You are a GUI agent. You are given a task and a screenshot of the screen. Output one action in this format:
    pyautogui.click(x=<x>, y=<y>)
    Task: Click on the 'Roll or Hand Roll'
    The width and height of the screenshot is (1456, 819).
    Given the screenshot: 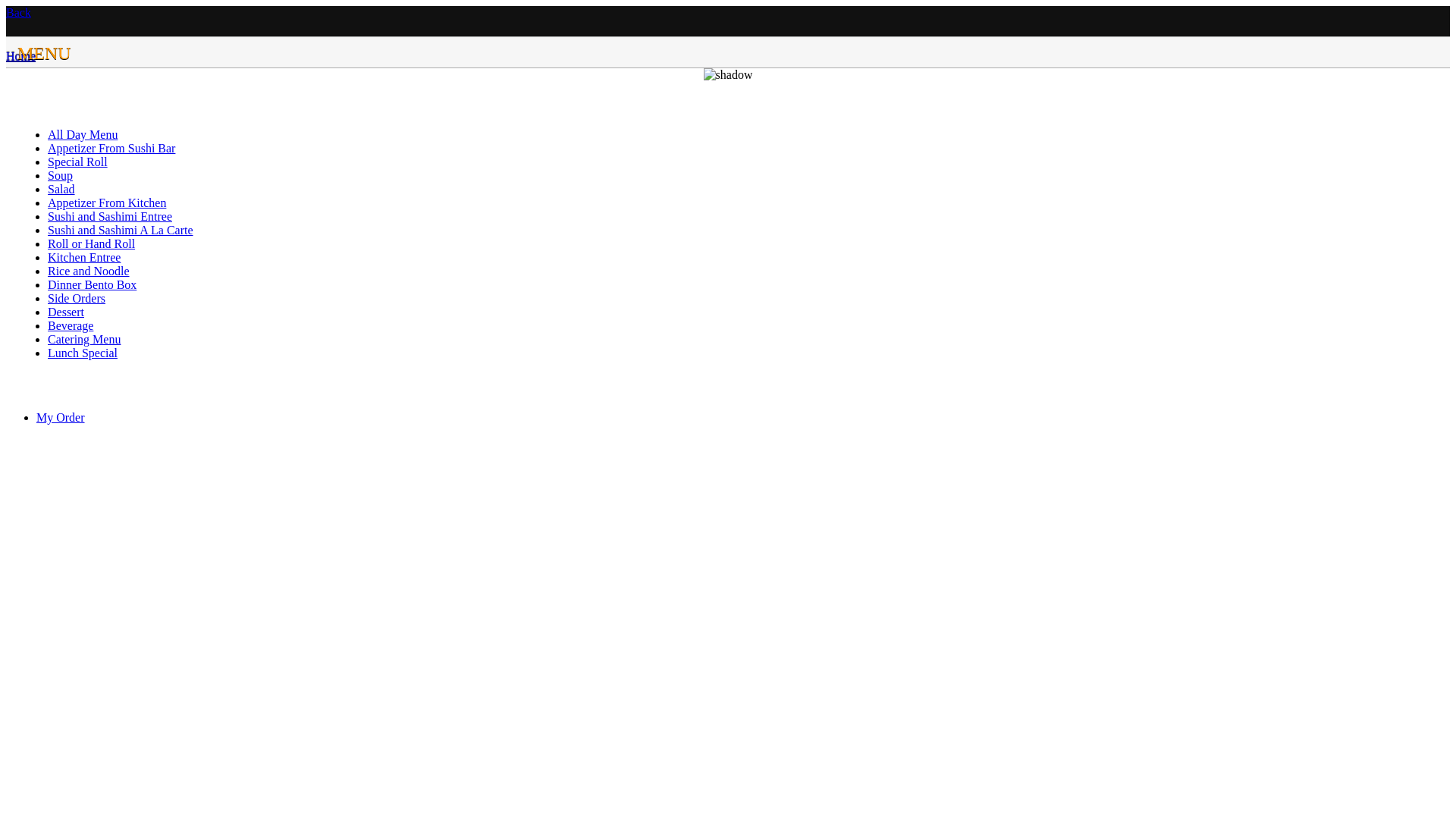 What is the action you would take?
    pyautogui.click(x=90, y=243)
    